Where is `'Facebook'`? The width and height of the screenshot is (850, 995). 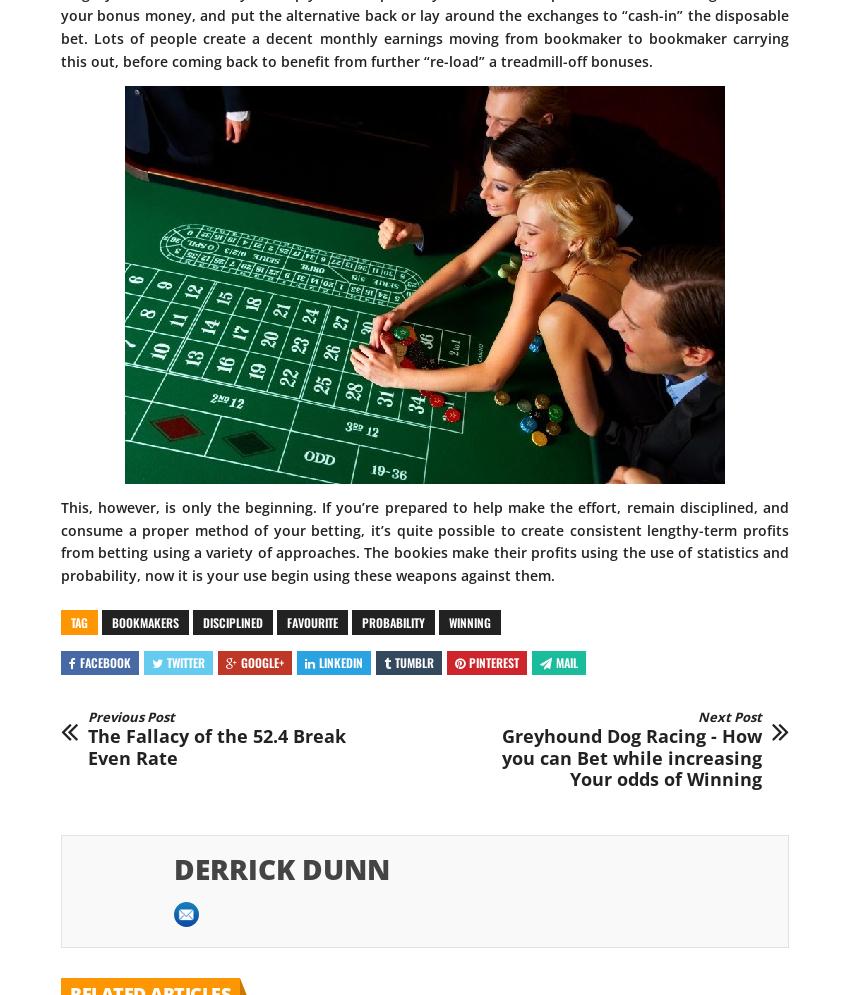
'Facebook' is located at coordinates (104, 660).